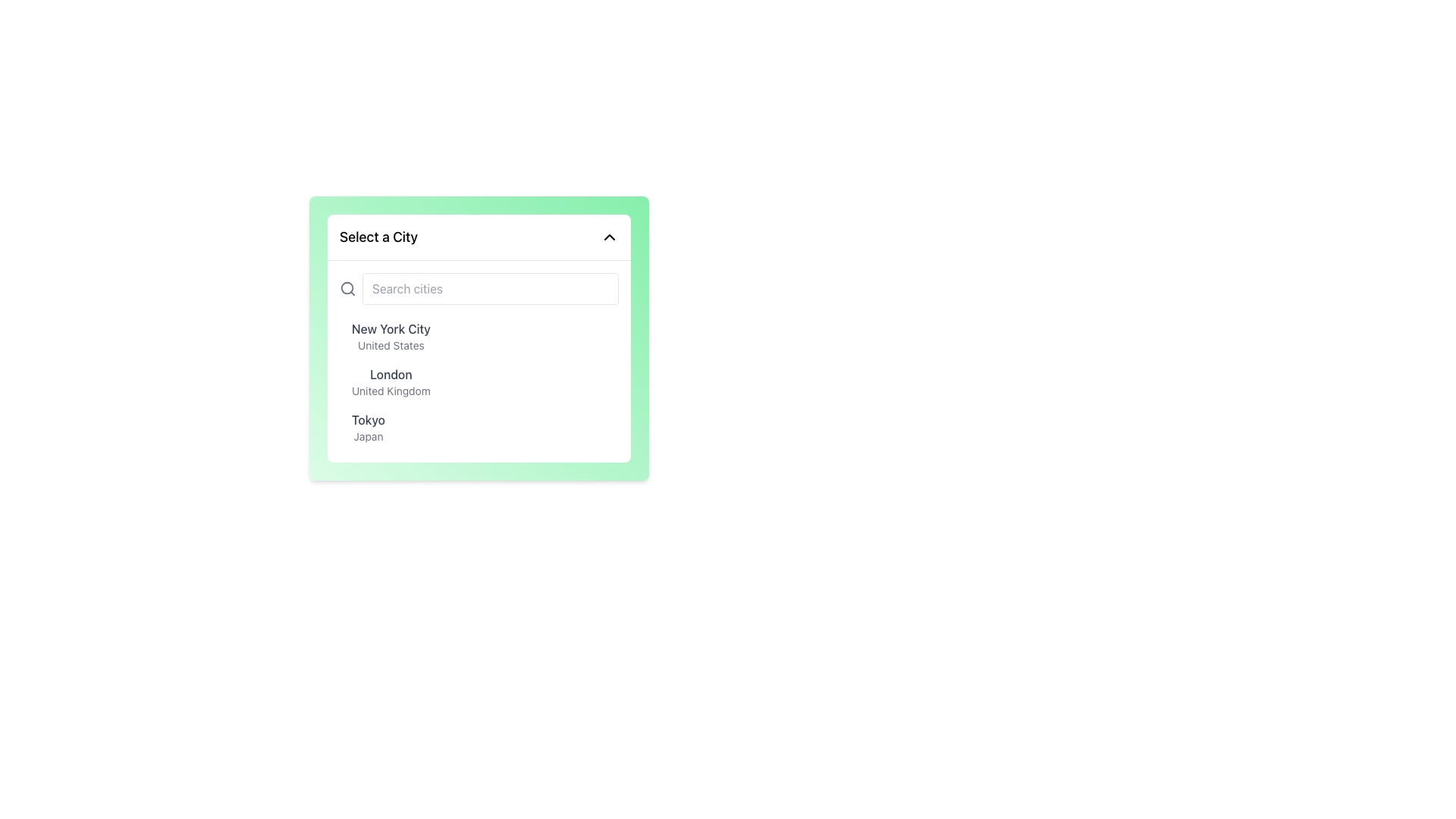  What do you see at coordinates (378, 237) in the screenshot?
I see `text 'Select a City' from the label located in the dropdown menu header` at bounding box center [378, 237].